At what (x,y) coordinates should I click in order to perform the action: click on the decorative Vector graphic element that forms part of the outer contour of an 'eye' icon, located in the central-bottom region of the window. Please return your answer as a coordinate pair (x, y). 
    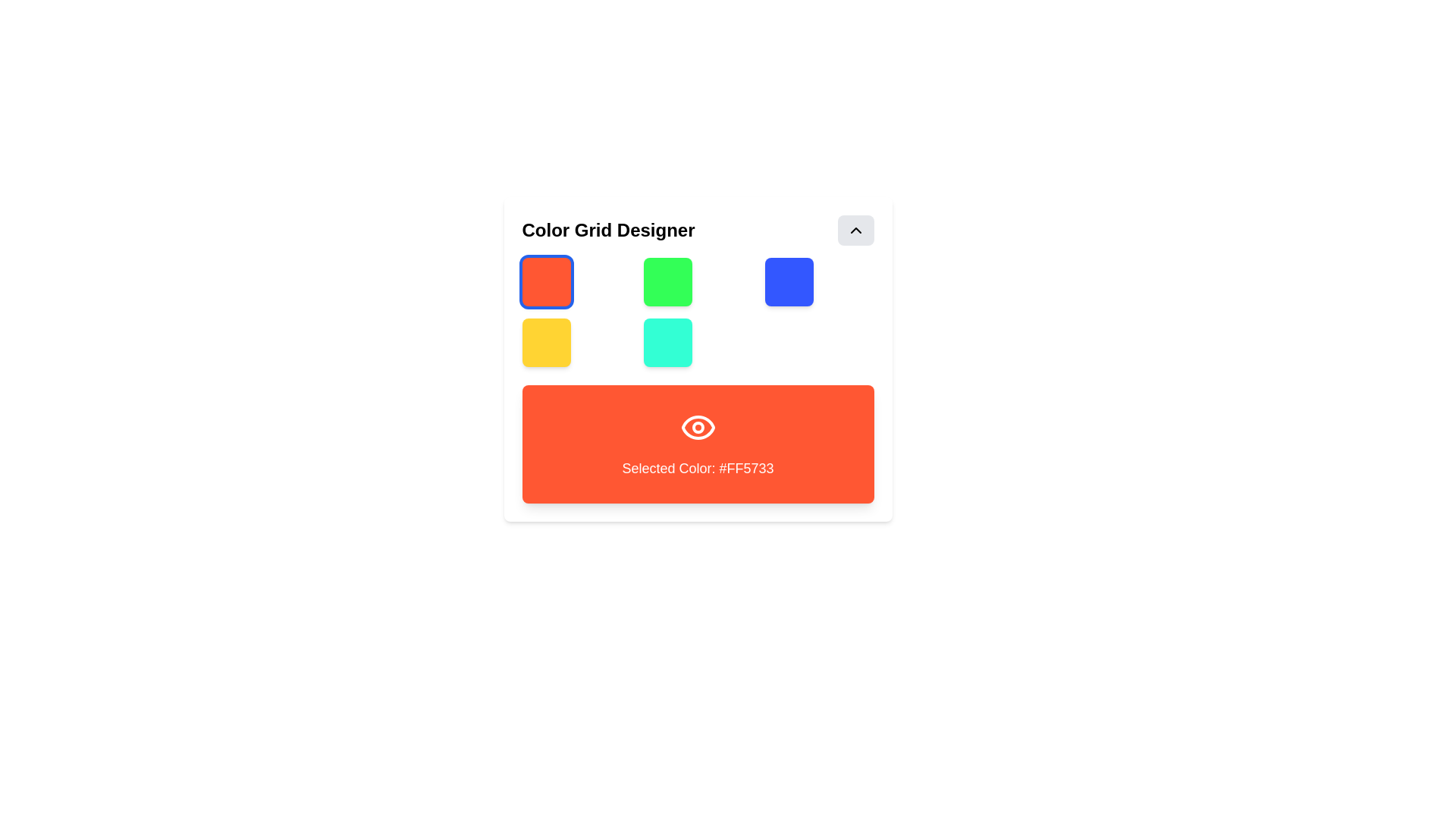
    Looking at the image, I should click on (697, 427).